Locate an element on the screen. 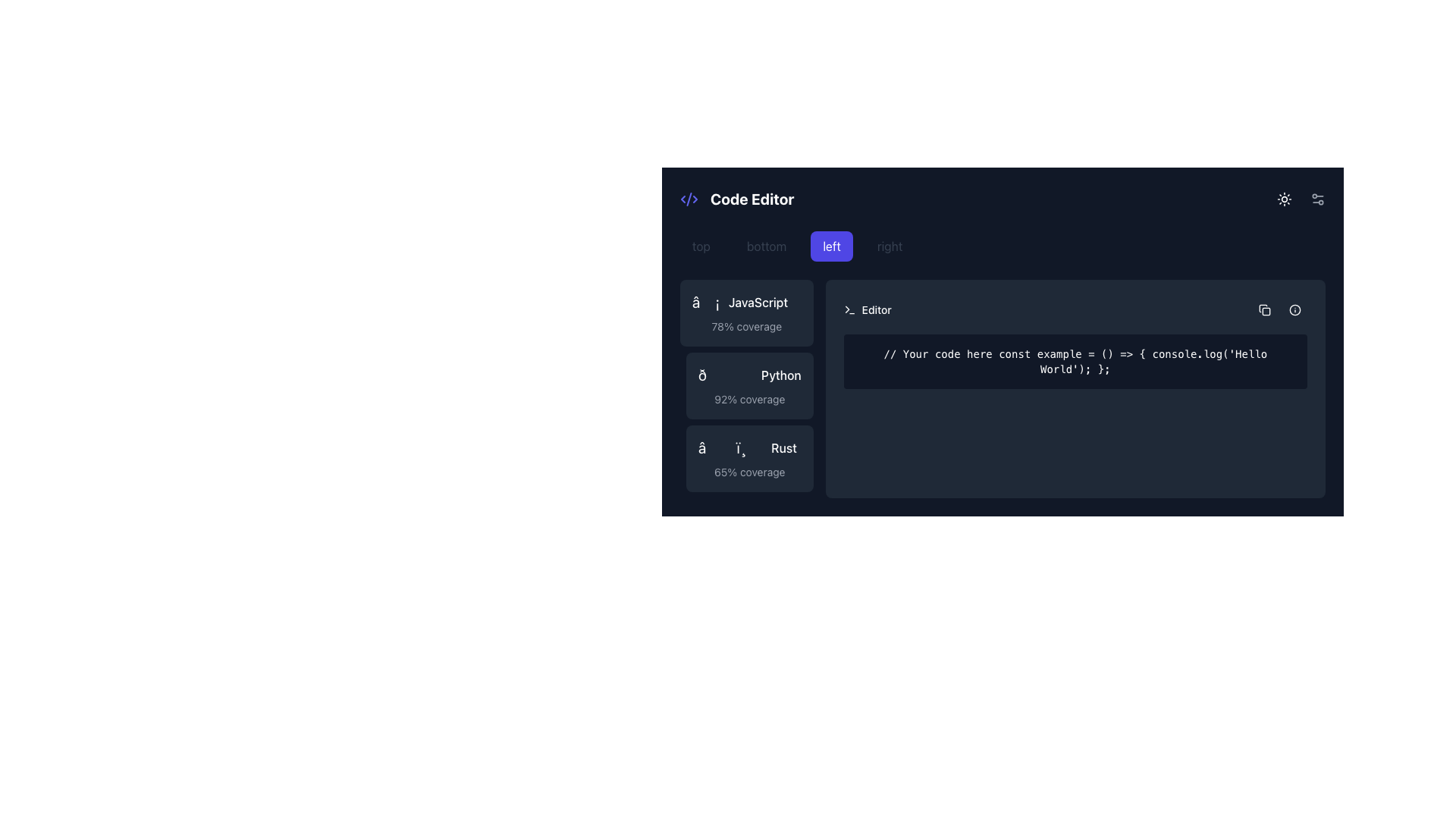  the rectangular shape within the SVG icon that represents the 'copy' action in the top-right of the code editor interface is located at coordinates (1266, 311).